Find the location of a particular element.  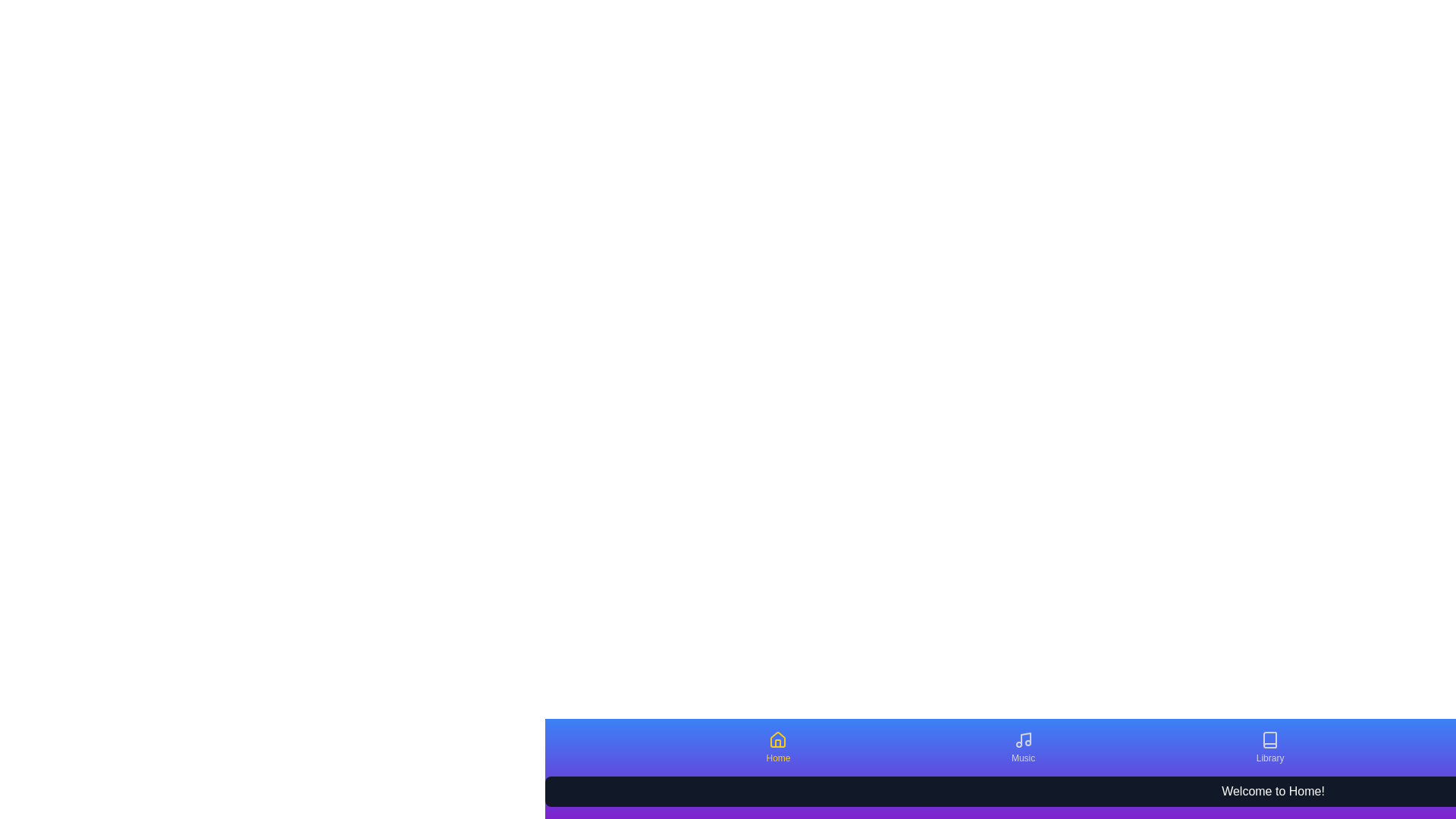

the Home tab to activate it is located at coordinates (778, 747).